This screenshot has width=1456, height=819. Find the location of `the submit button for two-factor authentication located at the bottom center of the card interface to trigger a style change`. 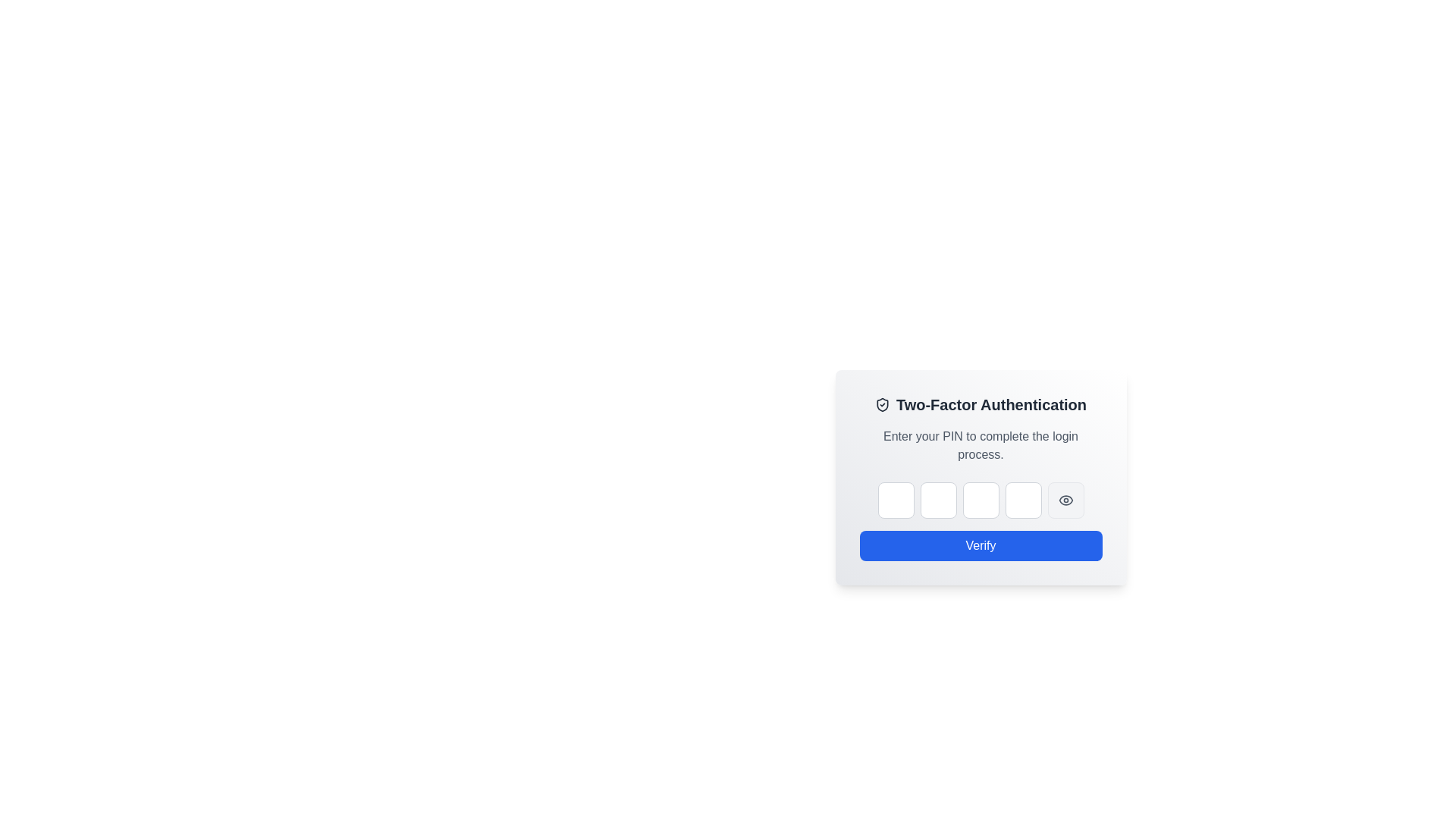

the submit button for two-factor authentication located at the bottom center of the card interface to trigger a style change is located at coordinates (981, 546).